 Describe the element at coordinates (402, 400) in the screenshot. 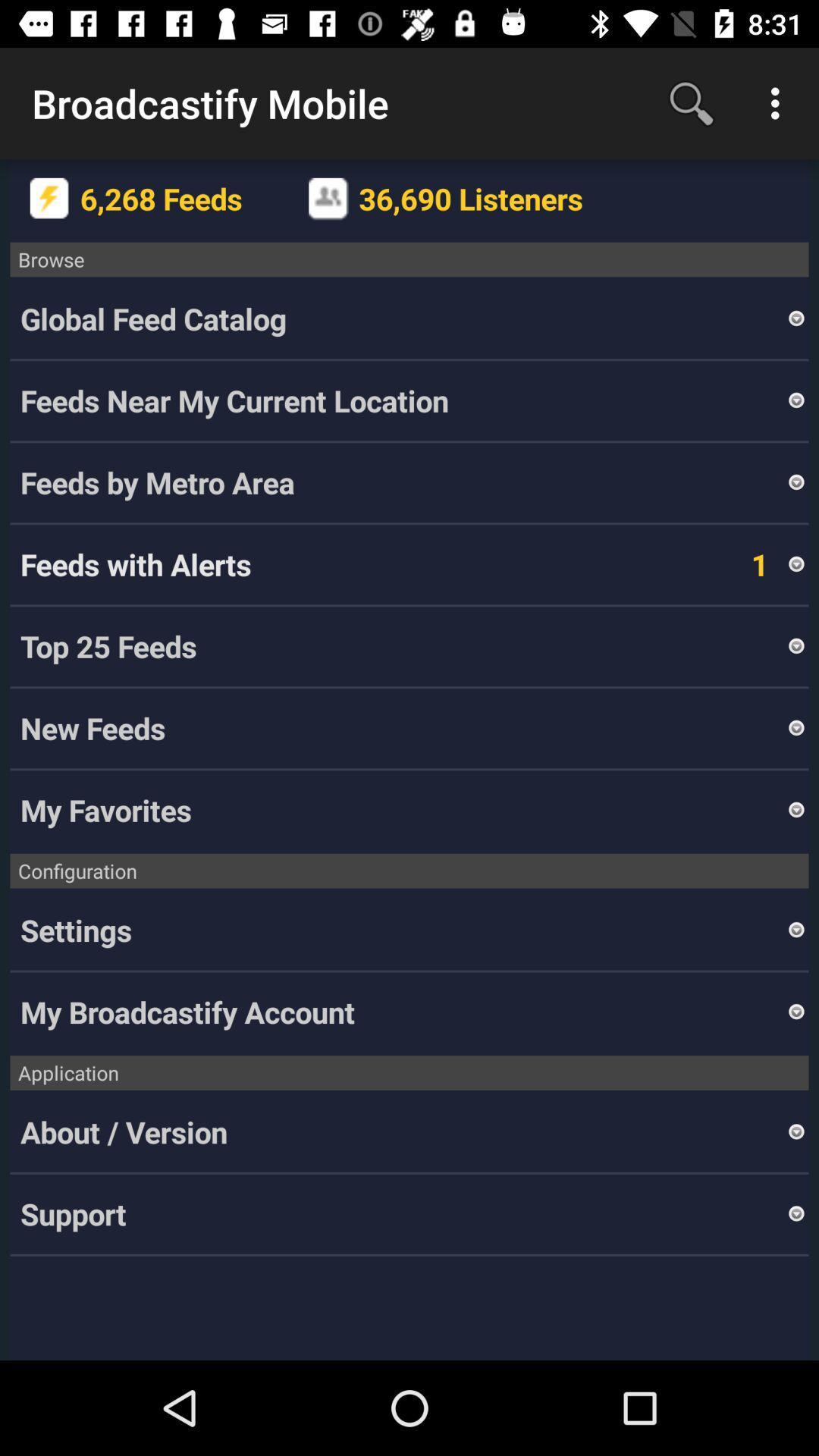

I see `item below the global feed catalog icon` at that location.